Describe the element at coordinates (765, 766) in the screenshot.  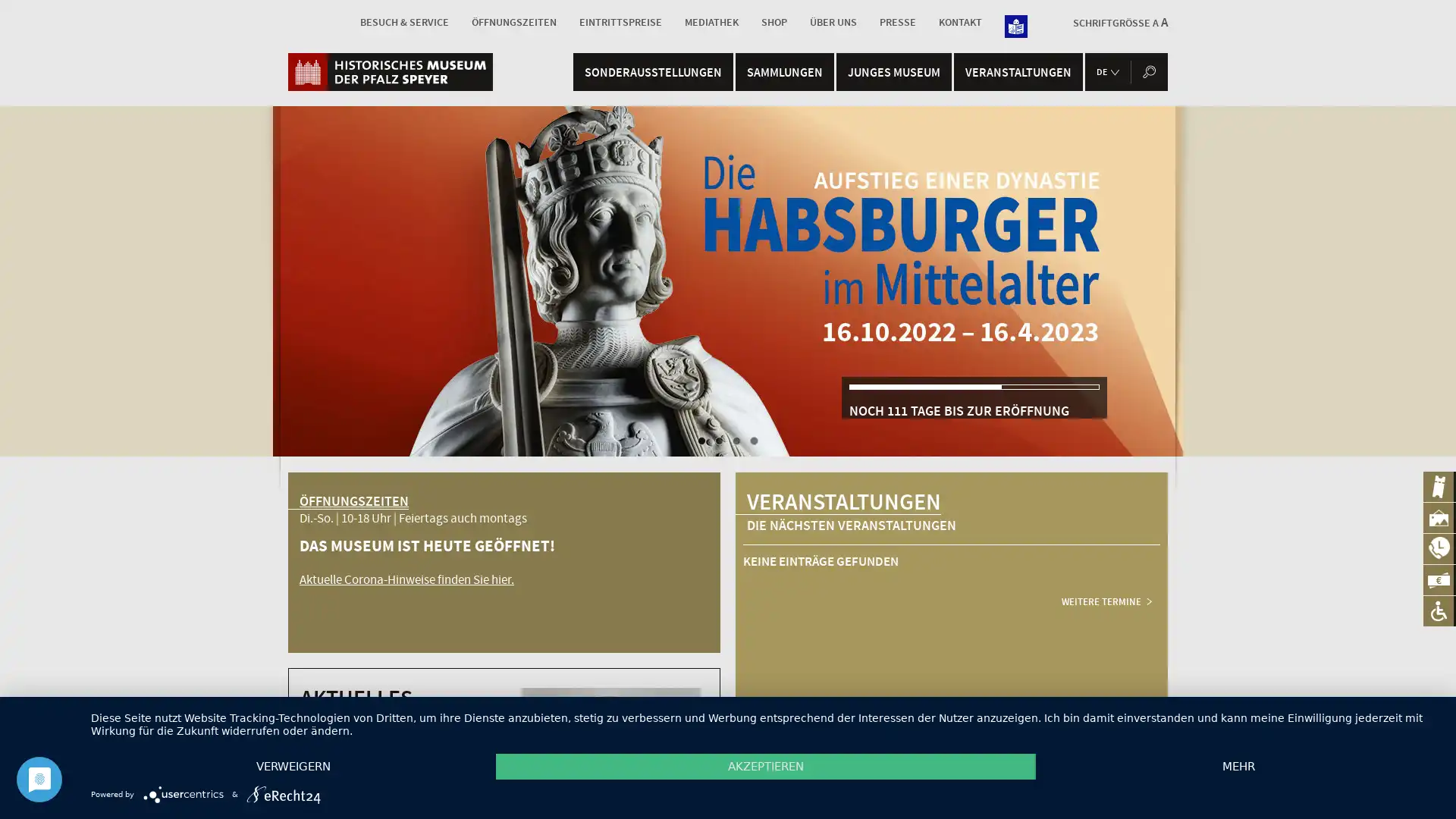
I see `AKZEPTIEREN` at that location.